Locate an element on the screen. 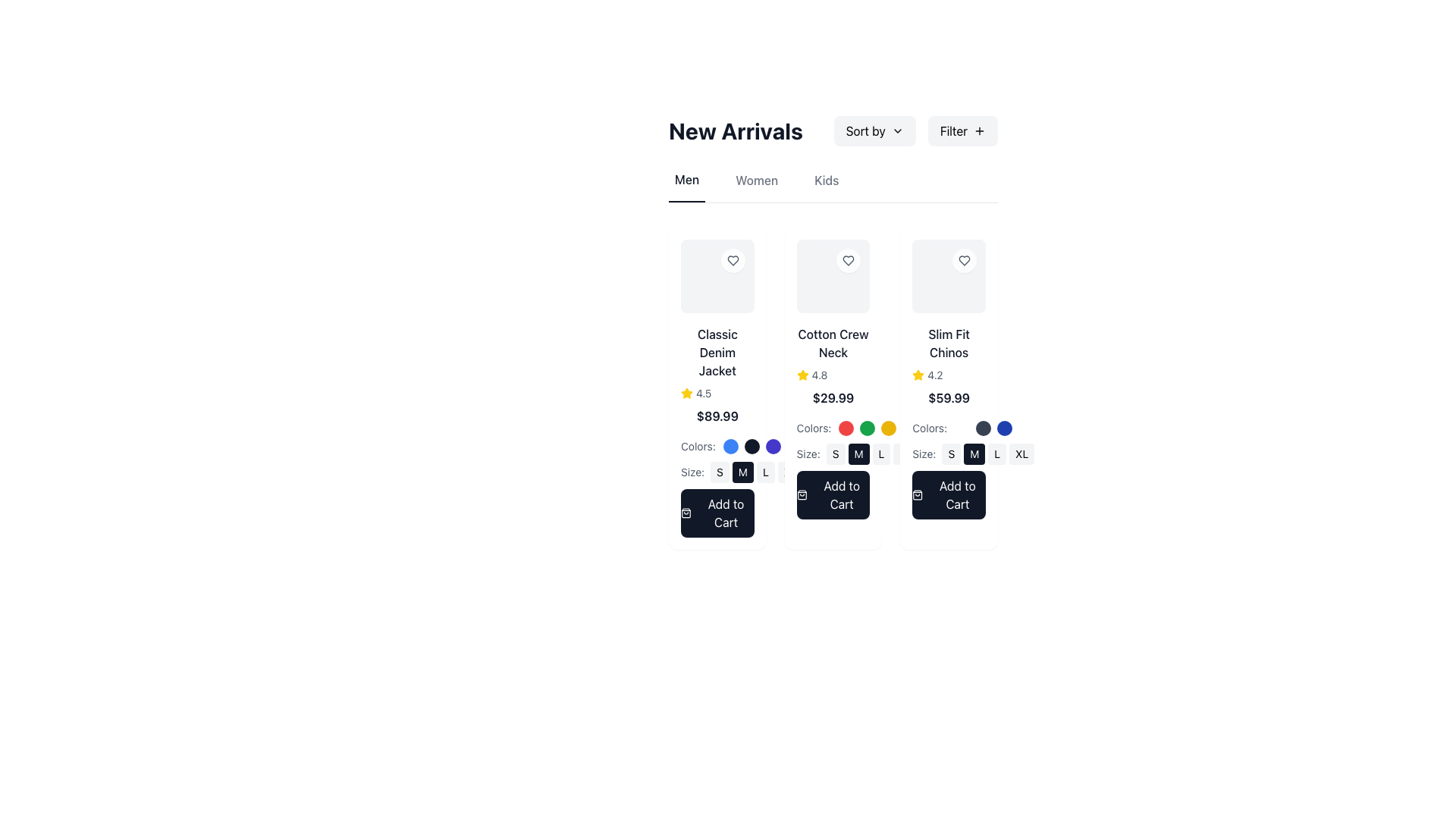 This screenshot has width=1456, height=819. the color swatch in the Product Detail Card is located at coordinates (717, 431).